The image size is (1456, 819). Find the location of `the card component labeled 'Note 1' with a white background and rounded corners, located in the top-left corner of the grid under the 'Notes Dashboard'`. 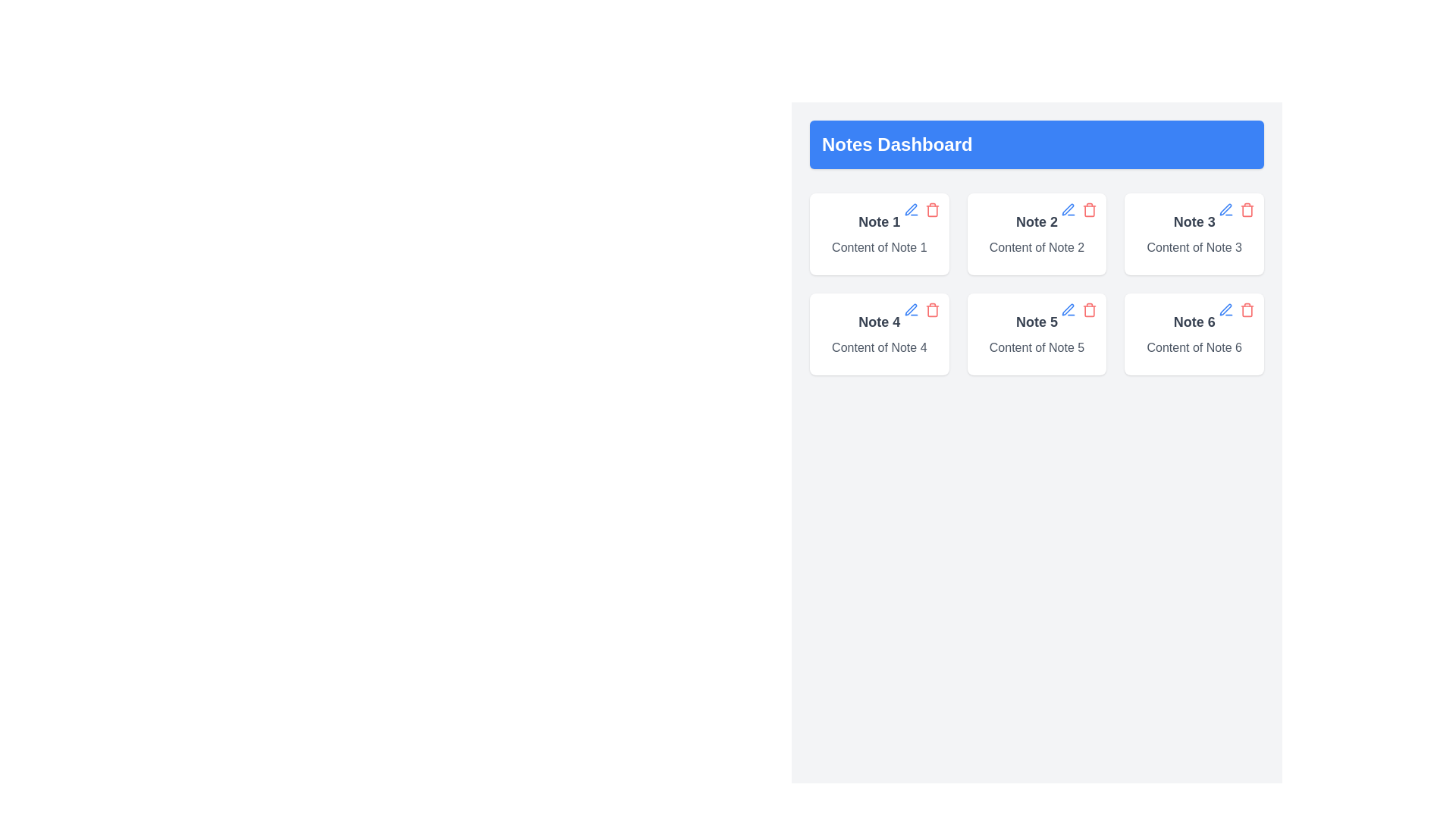

the card component labeled 'Note 1' with a white background and rounded corners, located in the top-left corner of the grid under the 'Notes Dashboard' is located at coordinates (879, 234).